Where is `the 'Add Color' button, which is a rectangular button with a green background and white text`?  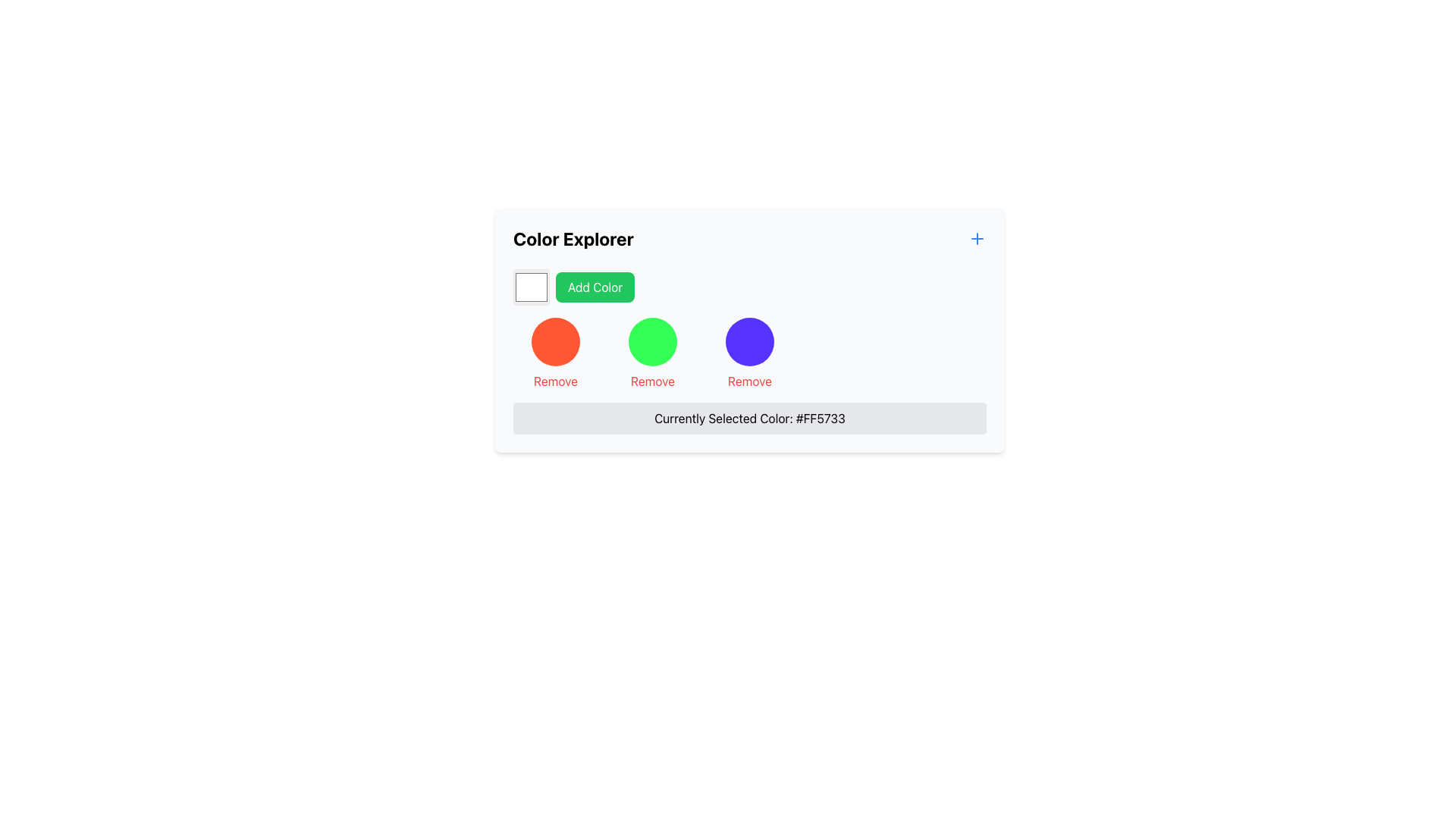 the 'Add Color' button, which is a rectangular button with a green background and white text is located at coordinates (595, 287).